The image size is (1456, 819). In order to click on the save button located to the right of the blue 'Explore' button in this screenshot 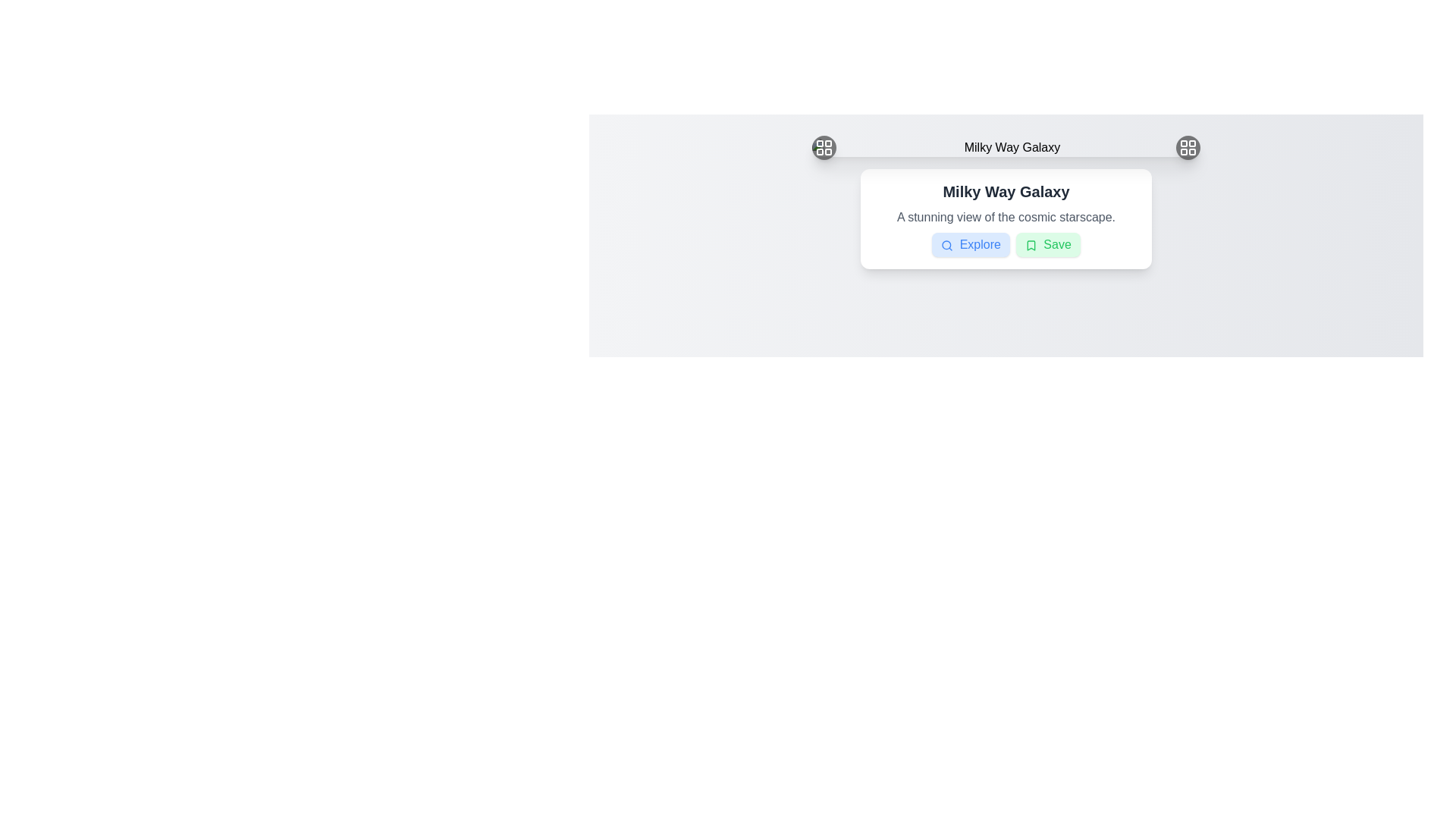, I will do `click(1047, 244)`.